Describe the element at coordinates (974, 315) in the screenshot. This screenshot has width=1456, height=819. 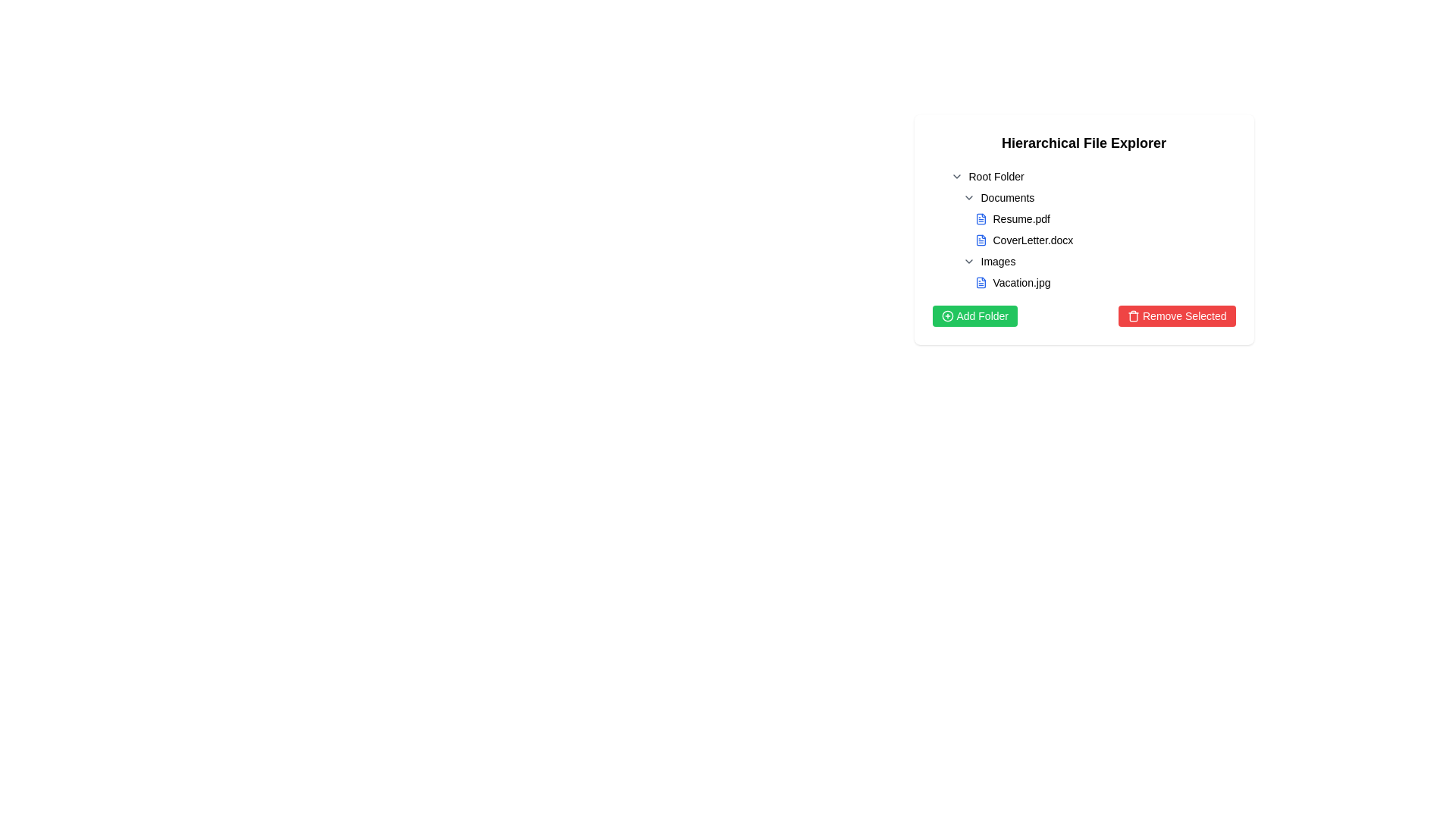
I see `the 'Add New Folder' button in the 'Hierarchical File Explorer' interface` at that location.